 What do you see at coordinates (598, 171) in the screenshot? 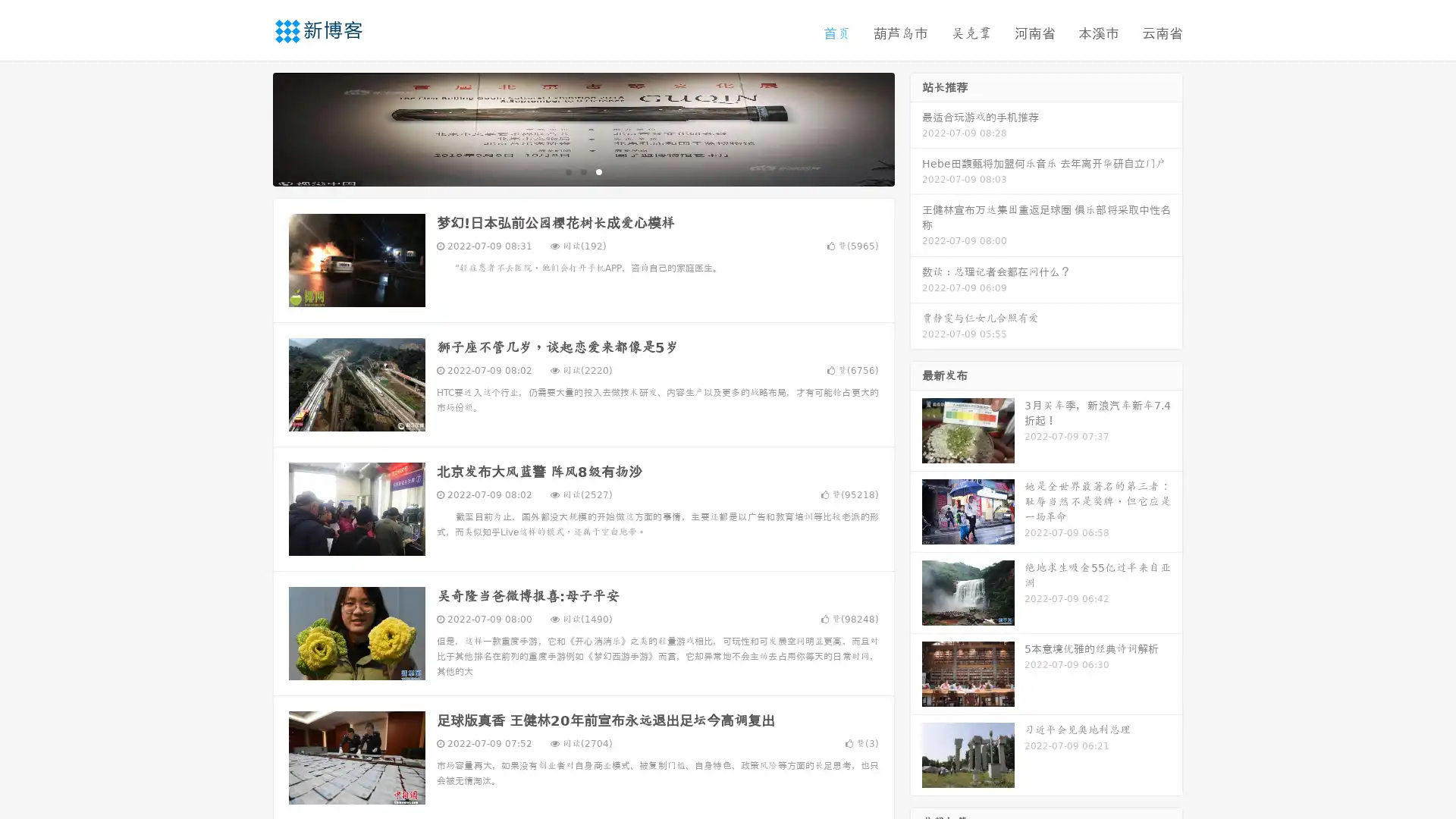
I see `Go to slide 3` at bounding box center [598, 171].